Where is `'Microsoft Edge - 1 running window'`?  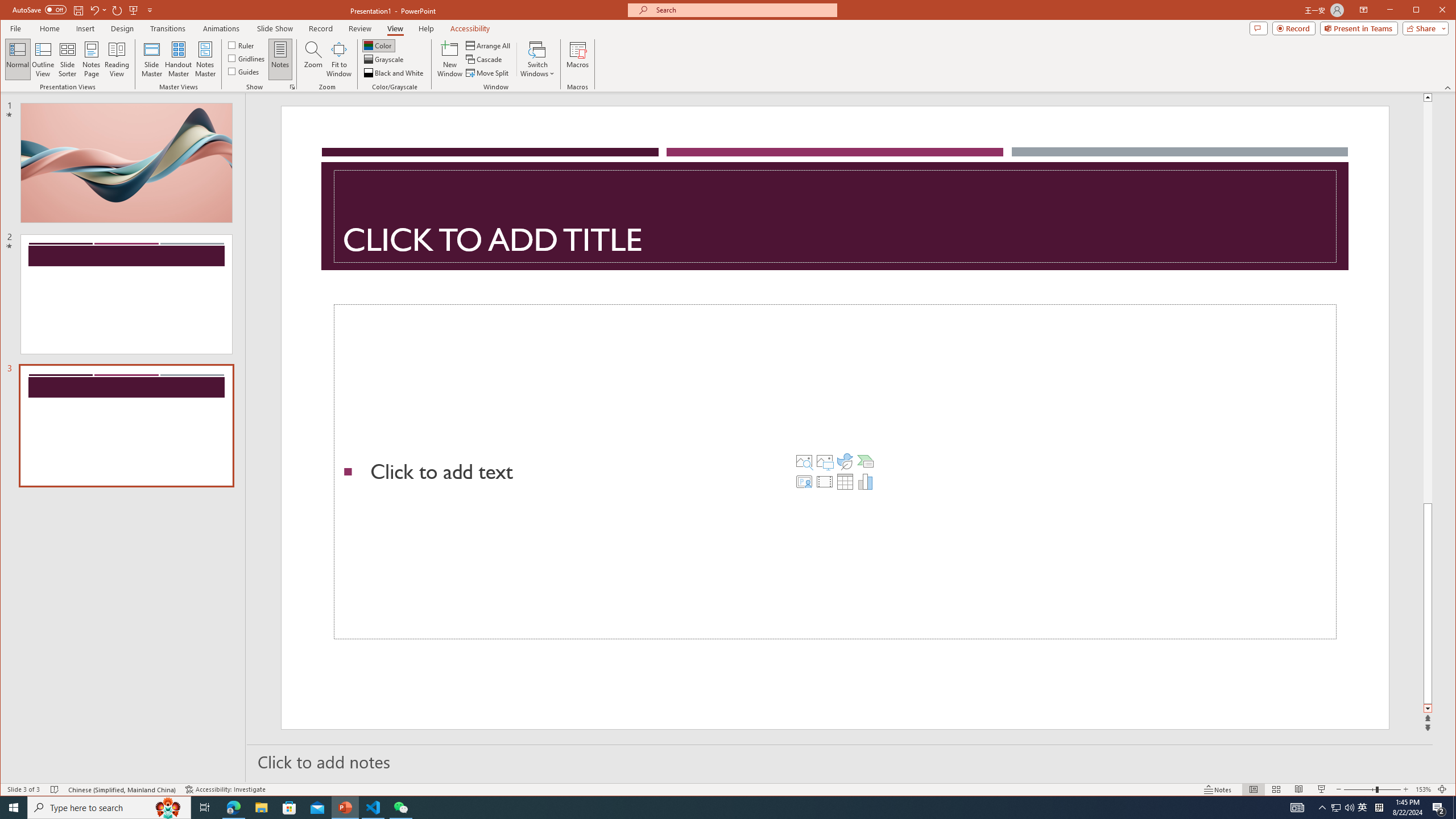
'Microsoft Edge - 1 running window' is located at coordinates (233, 806).